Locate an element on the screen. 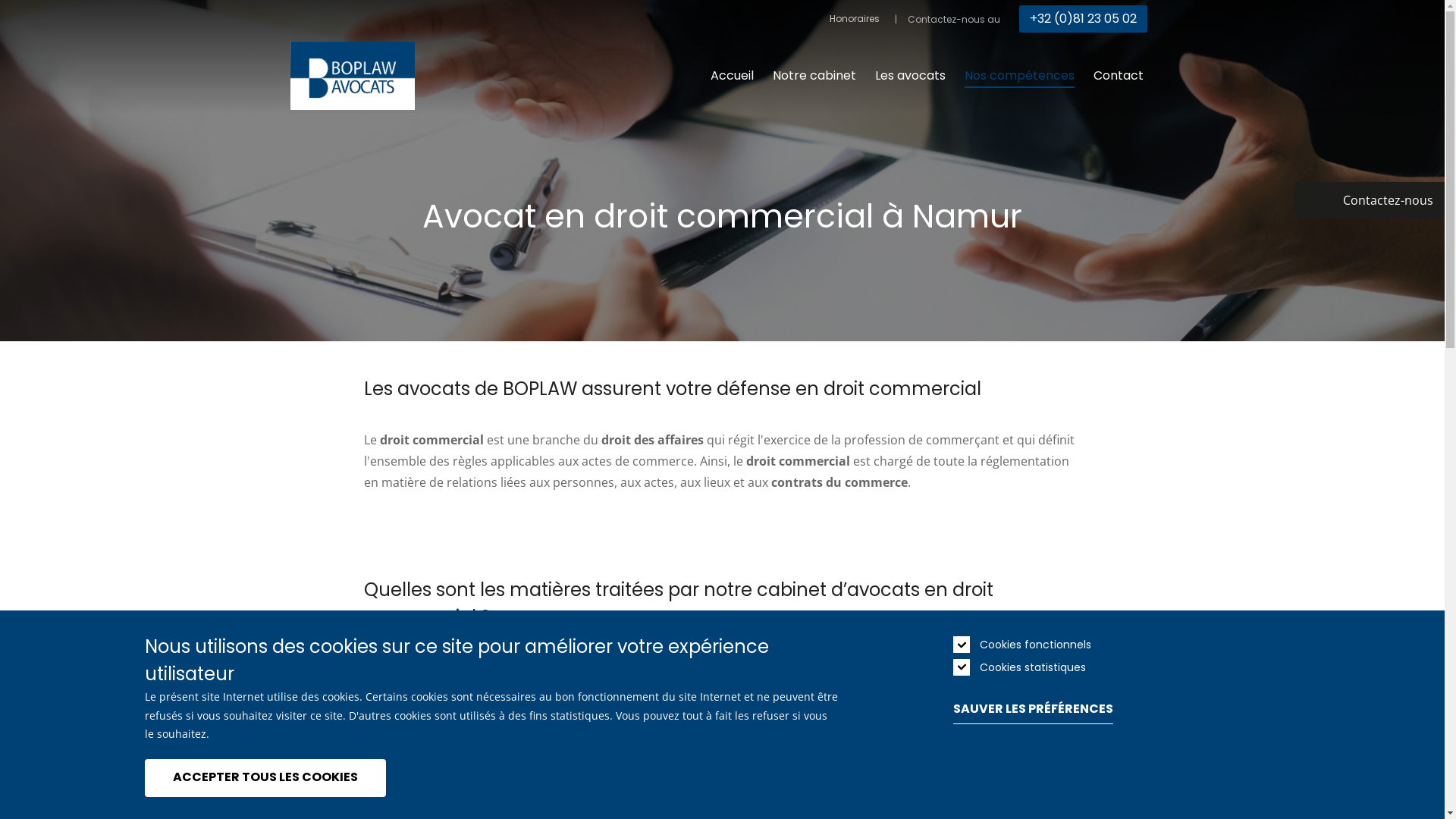 The width and height of the screenshot is (1456, 819). '+32 (0)81 23 05 02' is located at coordinates (1082, 18).